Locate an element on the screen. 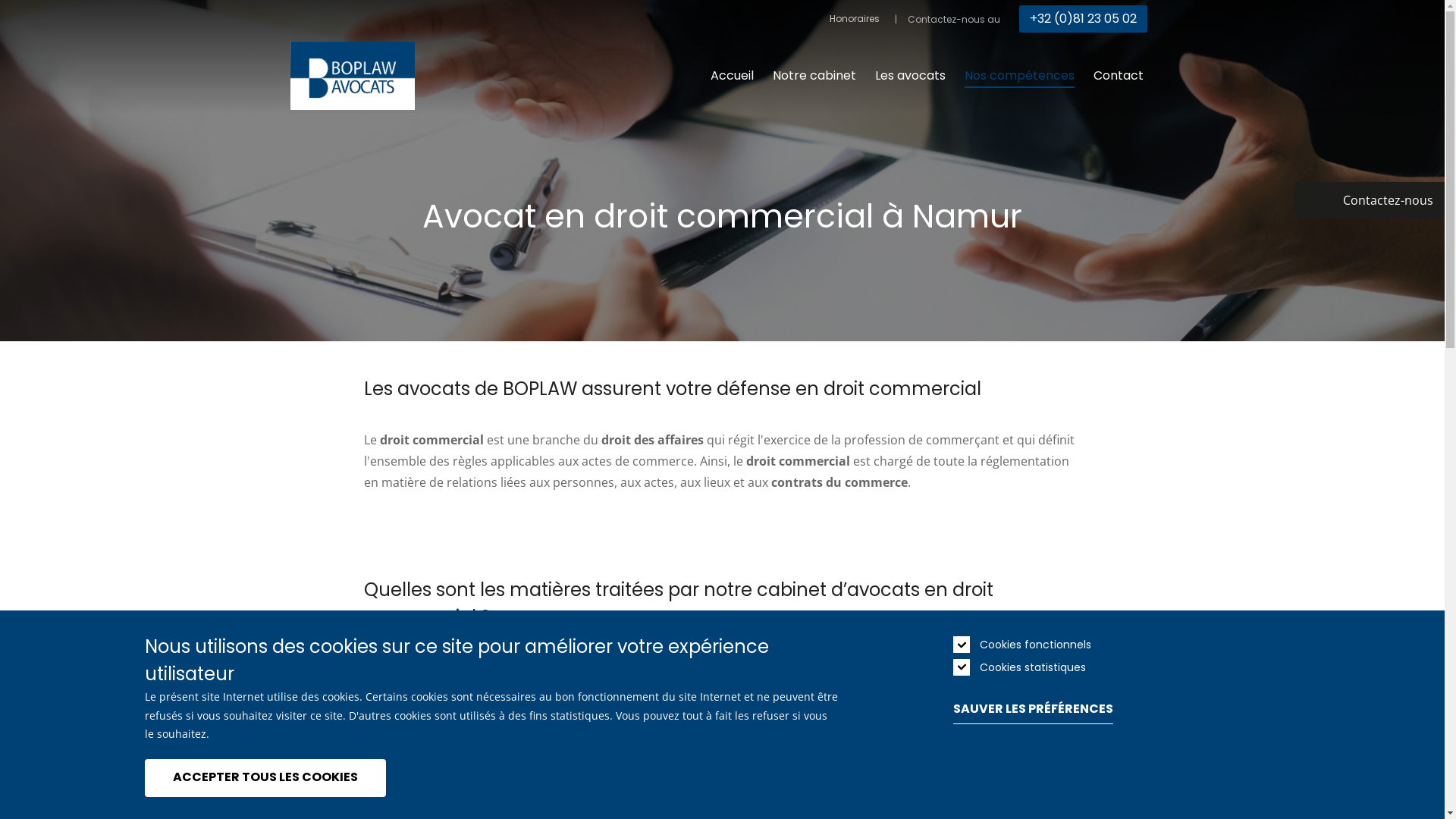 The width and height of the screenshot is (1456, 819). '+32 (0)81 23 05 02' is located at coordinates (1082, 18).